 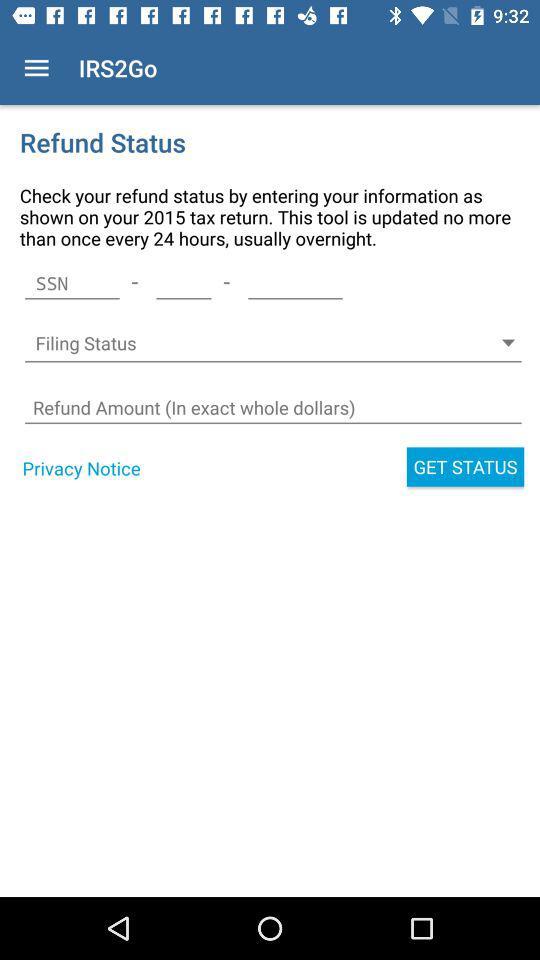 What do you see at coordinates (183, 282) in the screenshot?
I see `the icon above filing status icon` at bounding box center [183, 282].